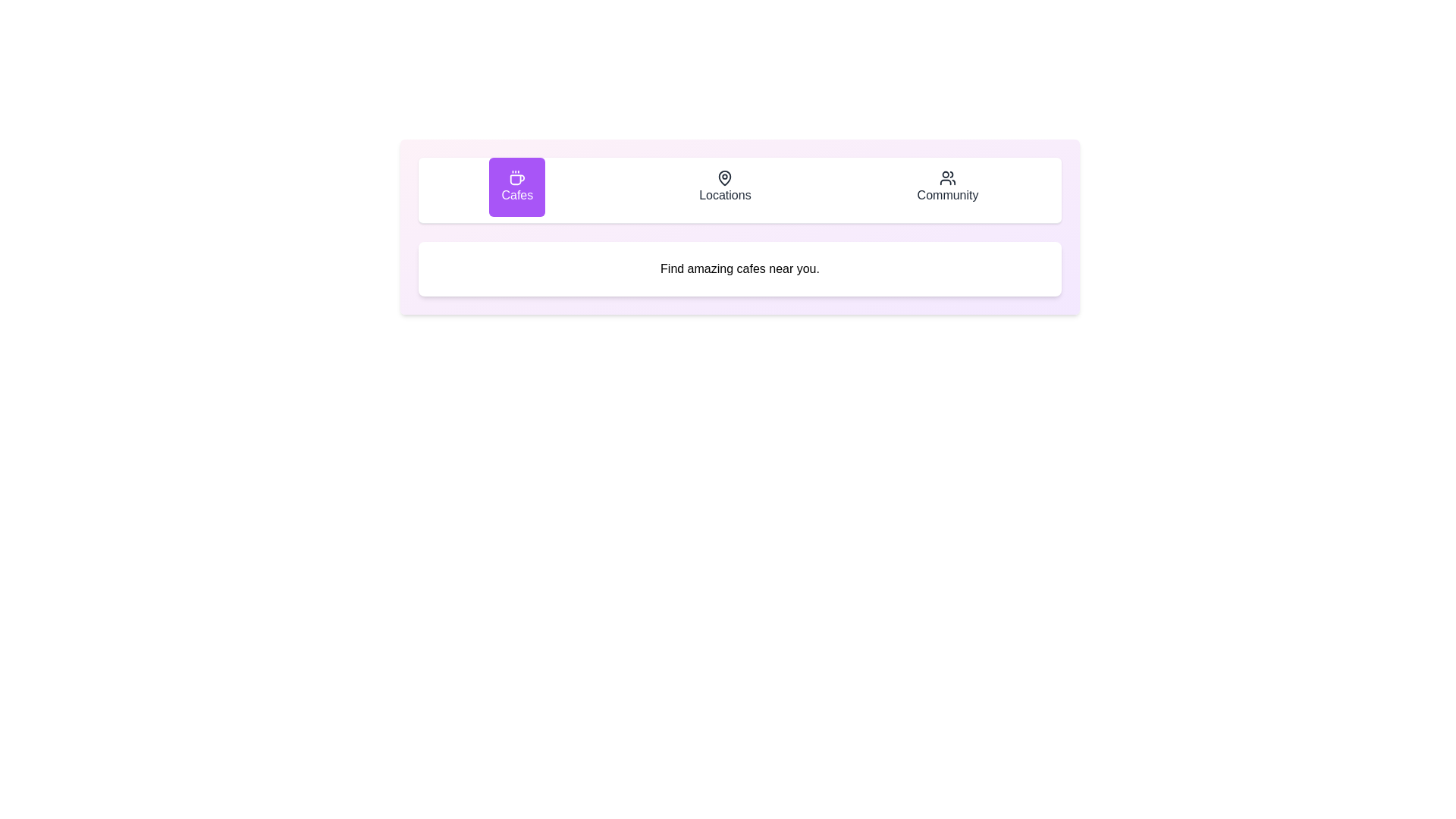  Describe the element at coordinates (947, 195) in the screenshot. I see `the 'Community' text label, which is part of the horizontal menu and located to the far right after 'Locations'` at that location.